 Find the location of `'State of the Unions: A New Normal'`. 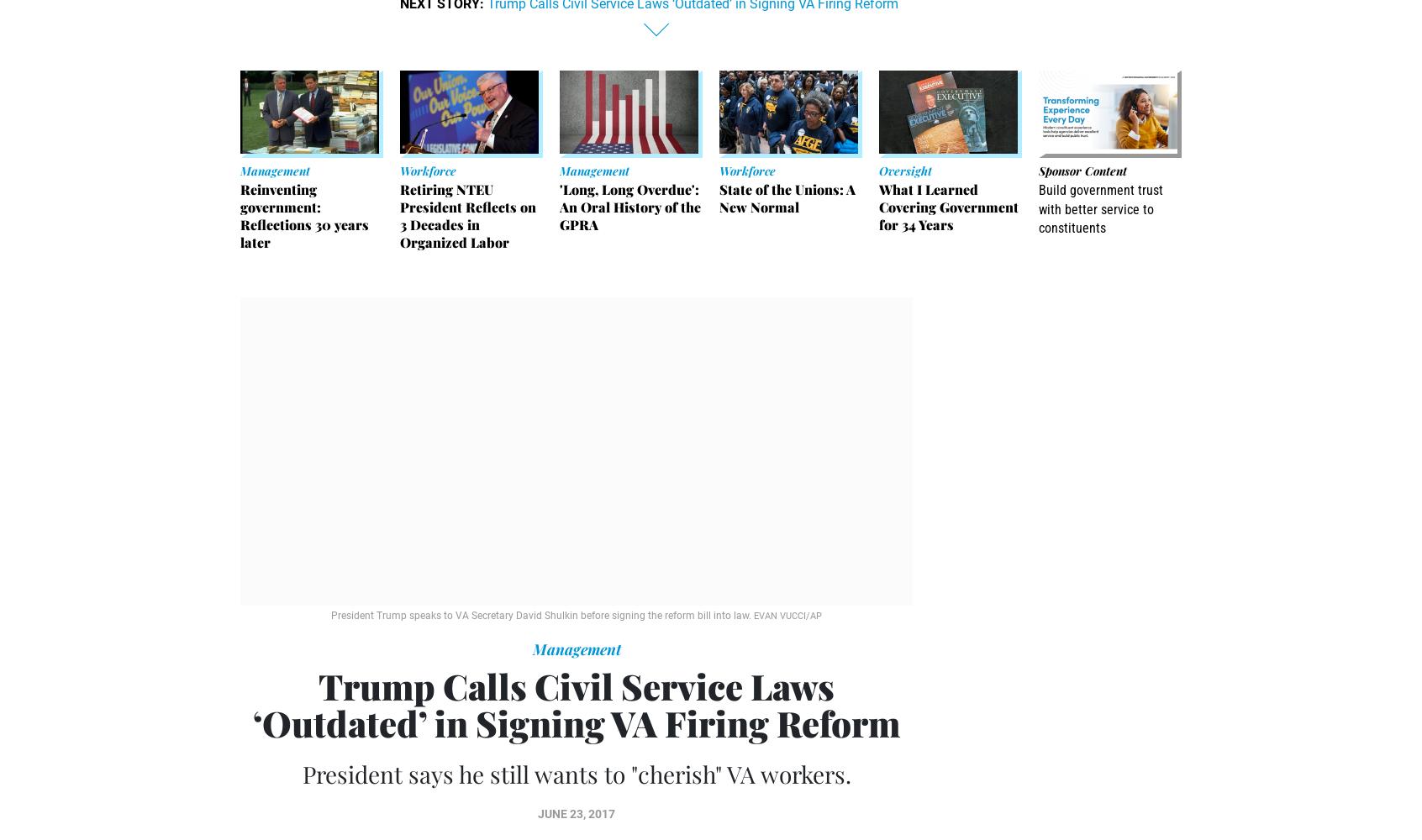

'State of the Unions: A New Normal' is located at coordinates (787, 197).